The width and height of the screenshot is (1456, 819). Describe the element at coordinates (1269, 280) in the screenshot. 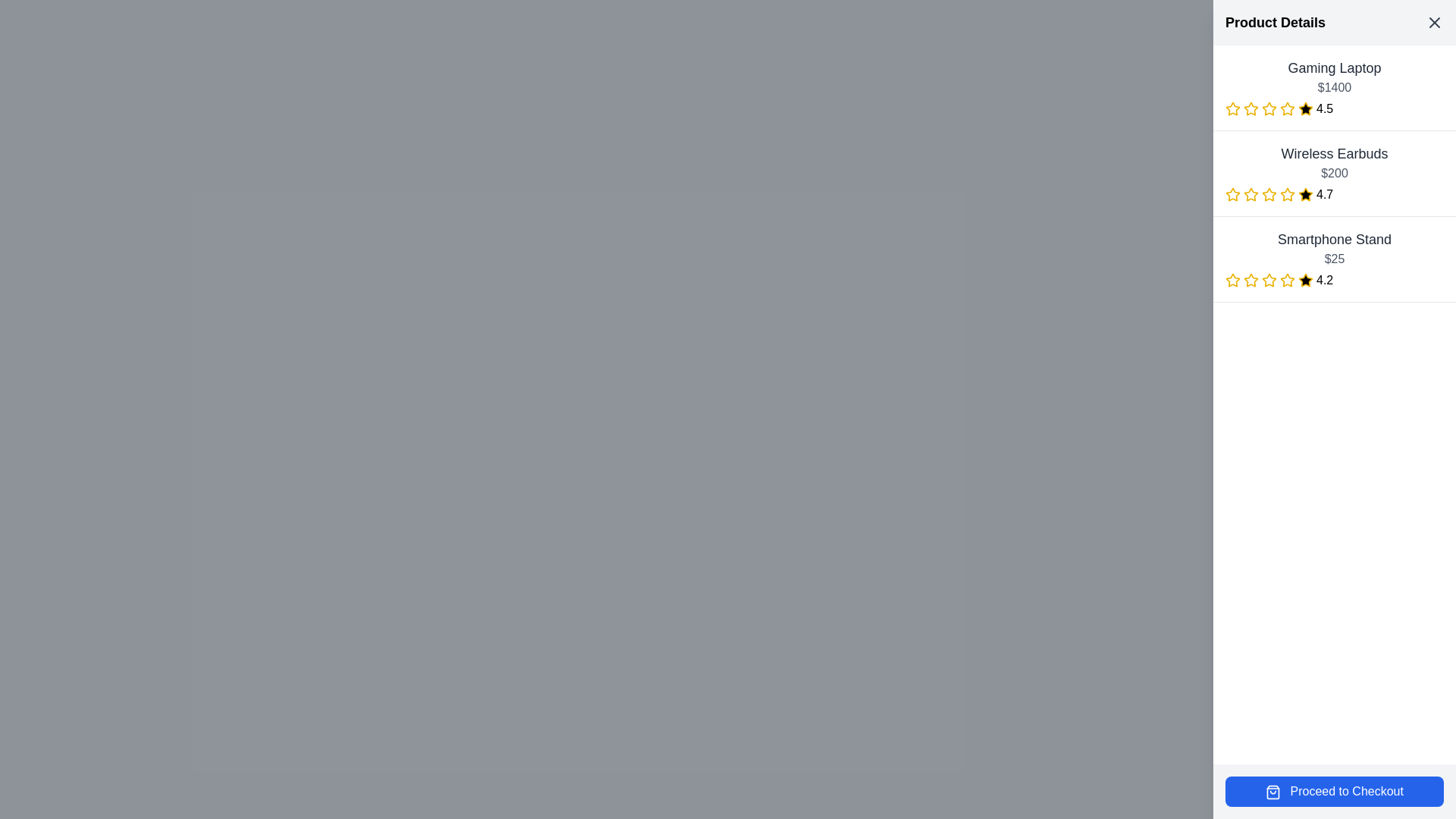

I see `the golden outlined star-shaped icon used for rating in the rating section of the 'Smartphone Stand' product entry, located under the third product in the right-hand panel` at that location.